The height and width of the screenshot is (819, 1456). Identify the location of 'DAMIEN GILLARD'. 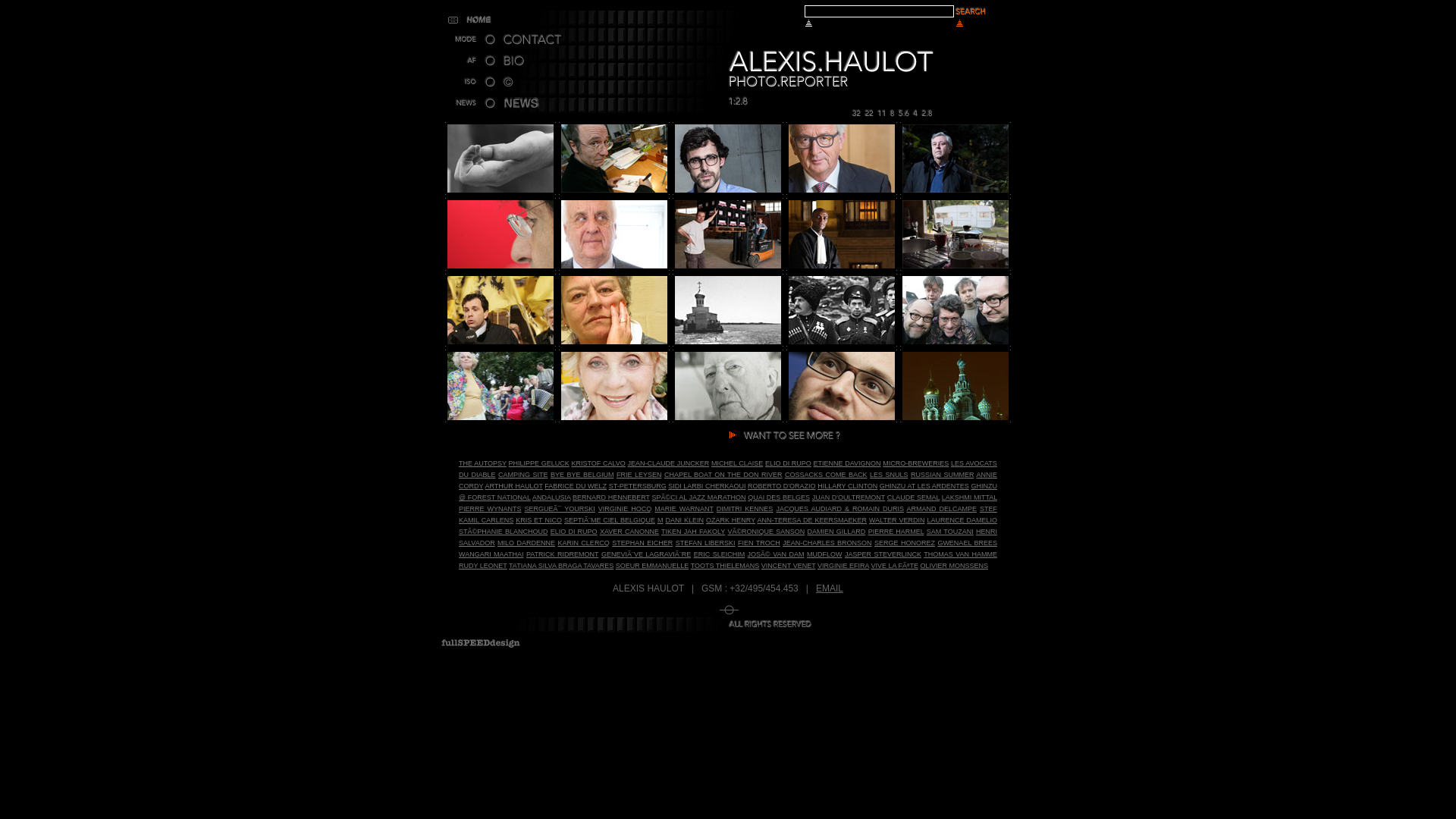
(836, 531).